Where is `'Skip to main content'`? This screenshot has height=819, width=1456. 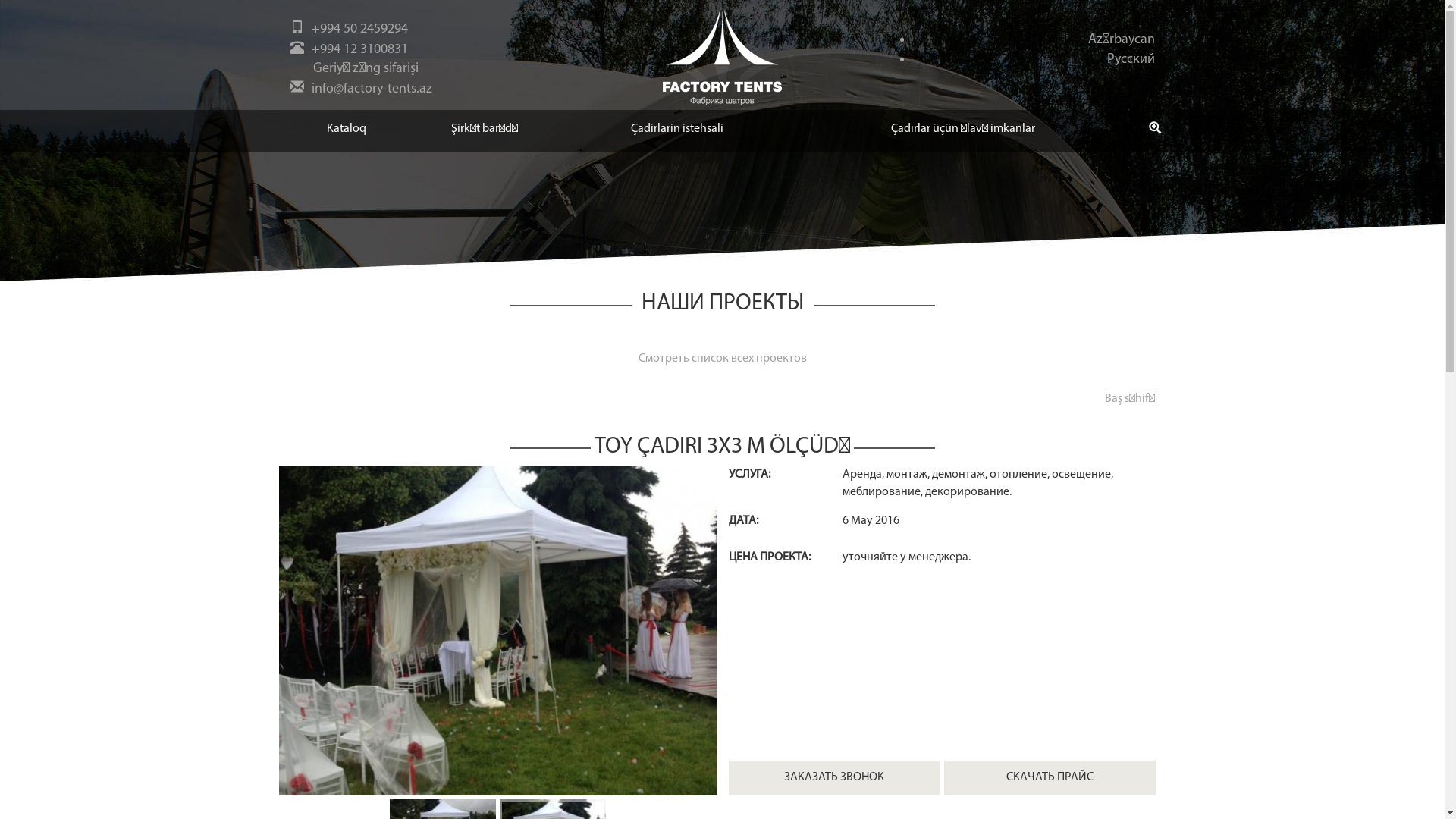 'Skip to main content' is located at coordinates (0, 0).